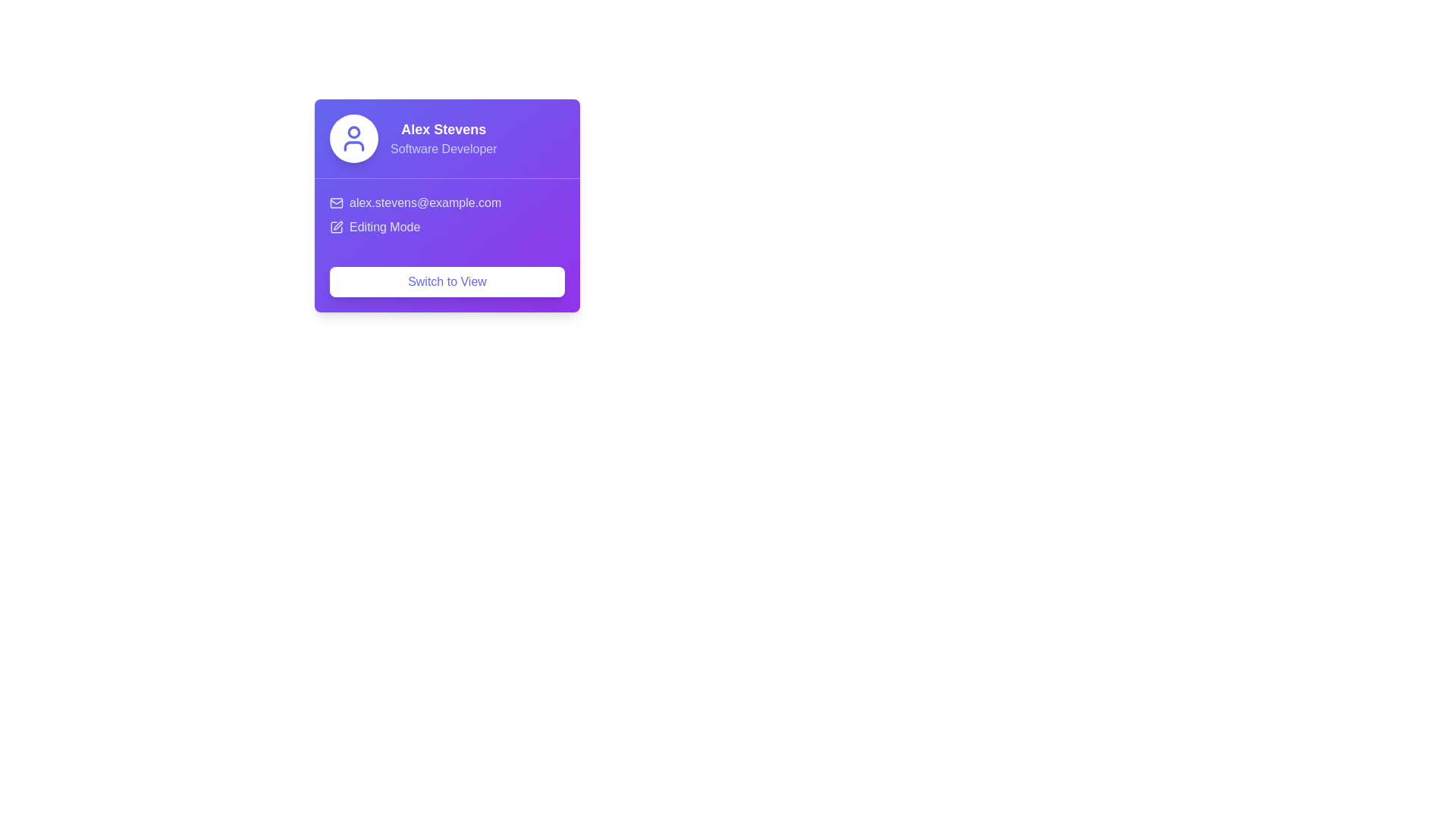 The height and width of the screenshot is (819, 1456). Describe the element at coordinates (447, 281) in the screenshot. I see `the button located at the bottom of the purple card layout` at that location.